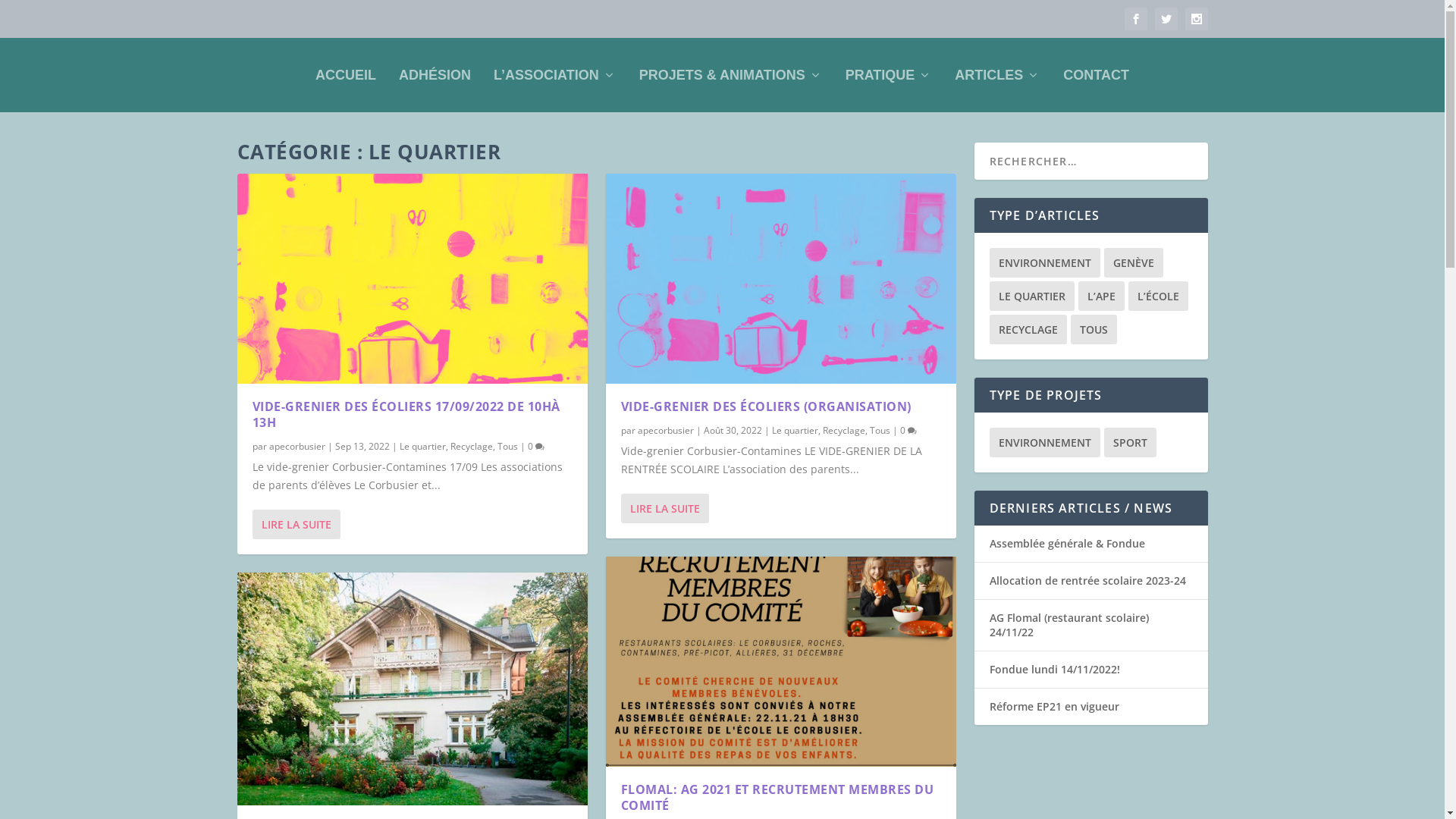 The height and width of the screenshot is (819, 1456). Describe the element at coordinates (731, 75) in the screenshot. I see `'PROJETS & ANIMATIONS'` at that location.